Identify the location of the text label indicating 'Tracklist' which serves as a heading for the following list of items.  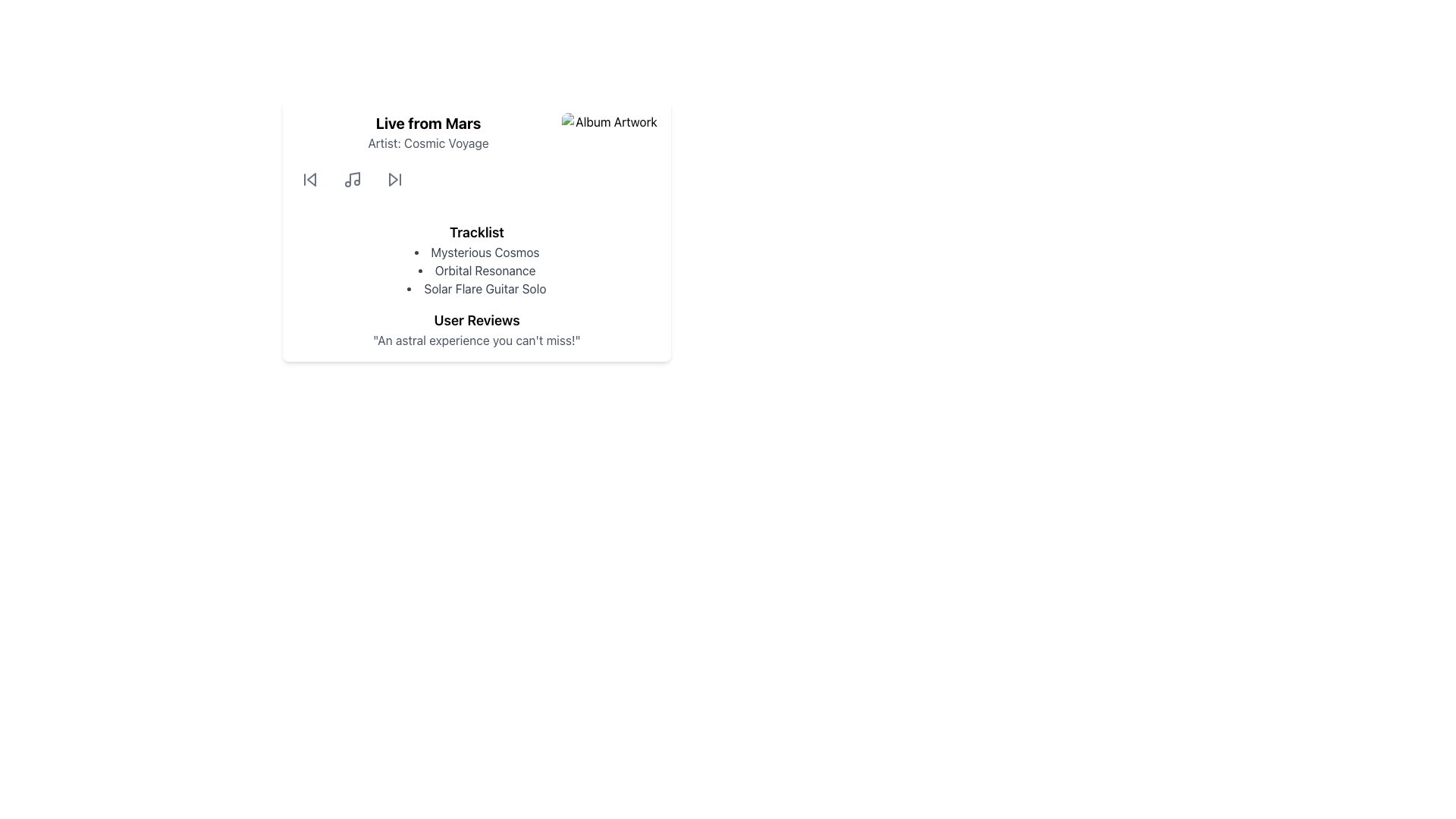
(475, 233).